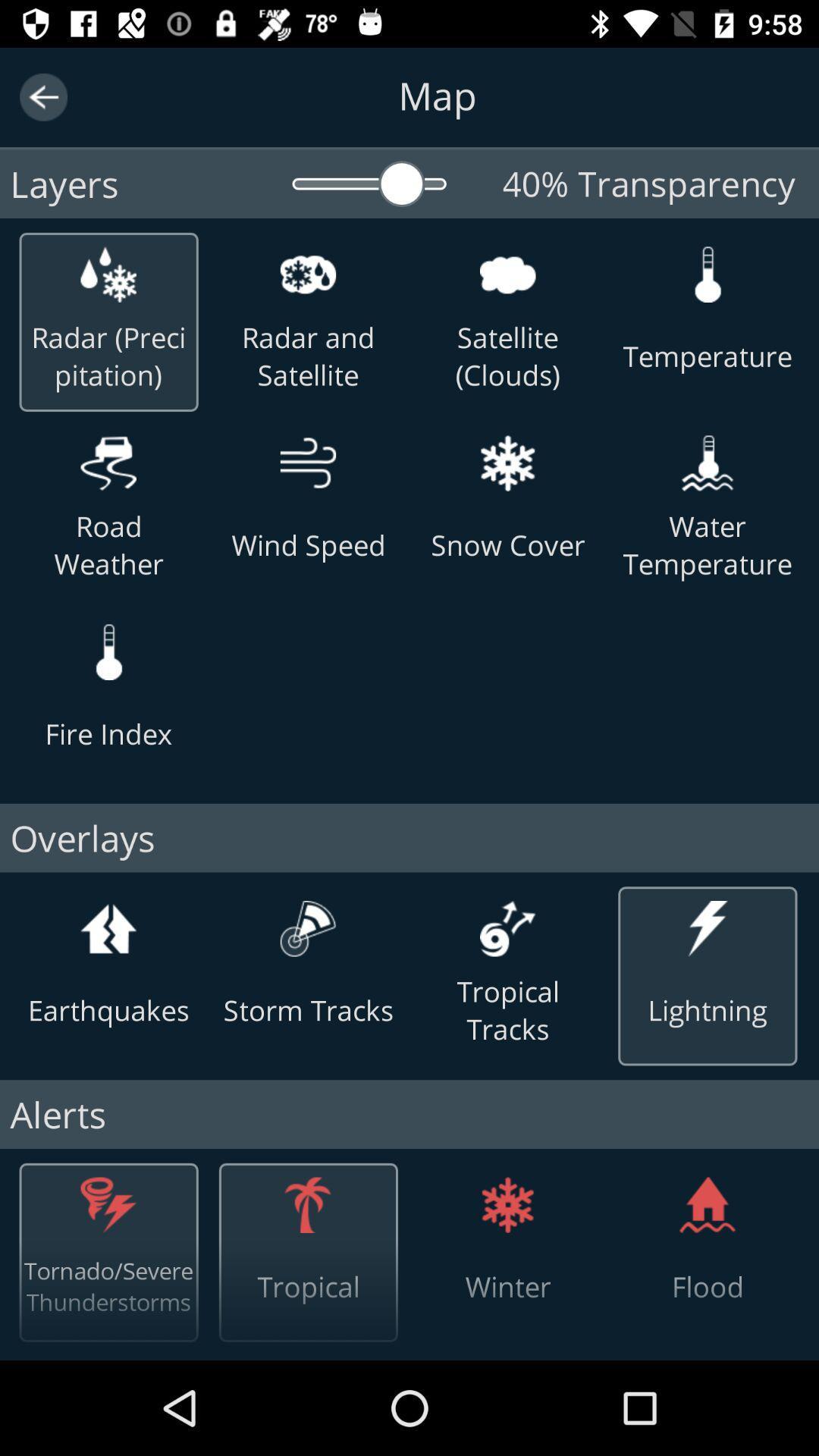  Describe the element at coordinates (42, 96) in the screenshot. I see `the arrow_backward icon` at that location.